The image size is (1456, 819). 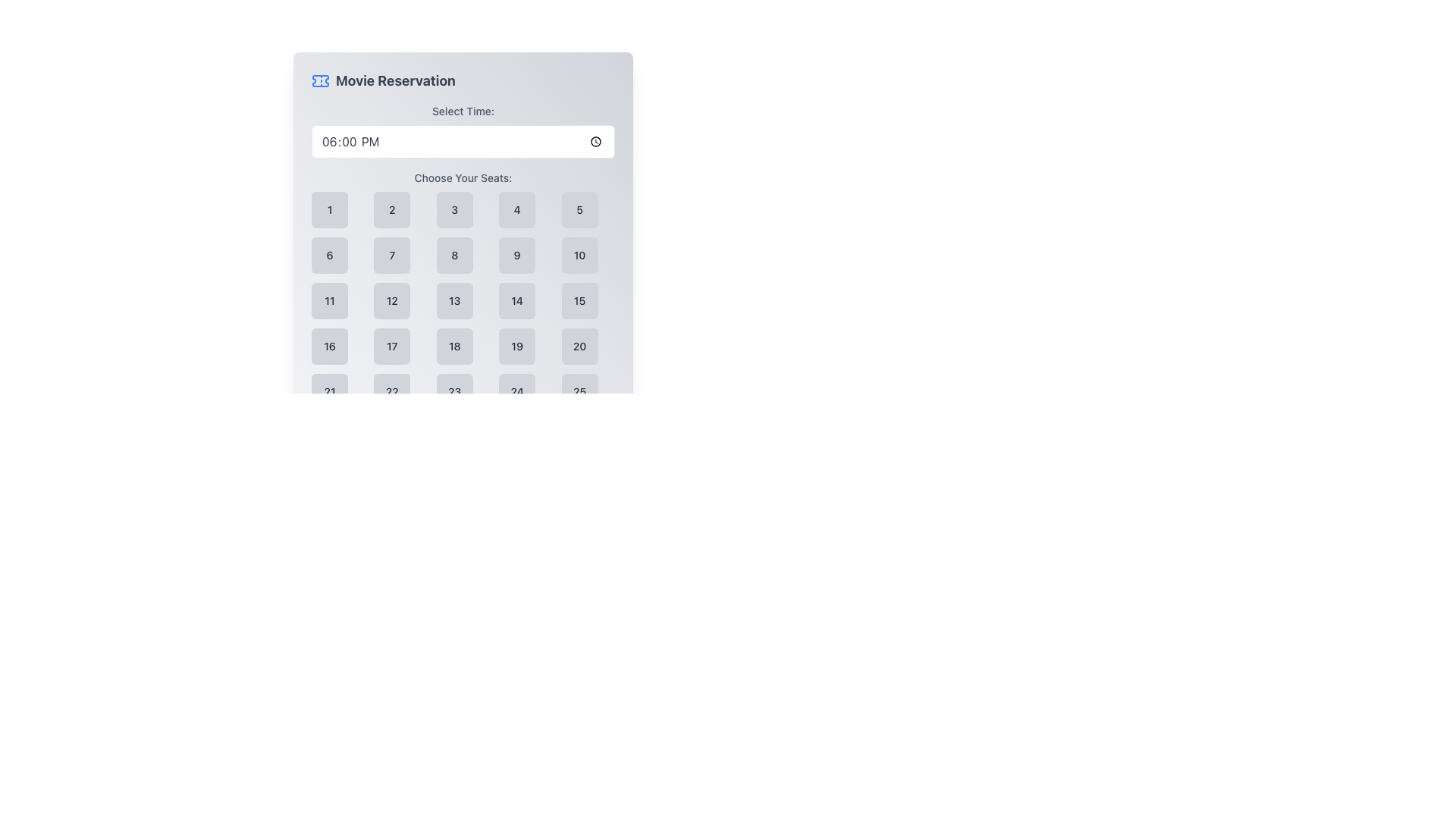 I want to click on the button representing option 25, which is the last entry in the grid layout located at the bottom-right corner, so click(x=579, y=391).